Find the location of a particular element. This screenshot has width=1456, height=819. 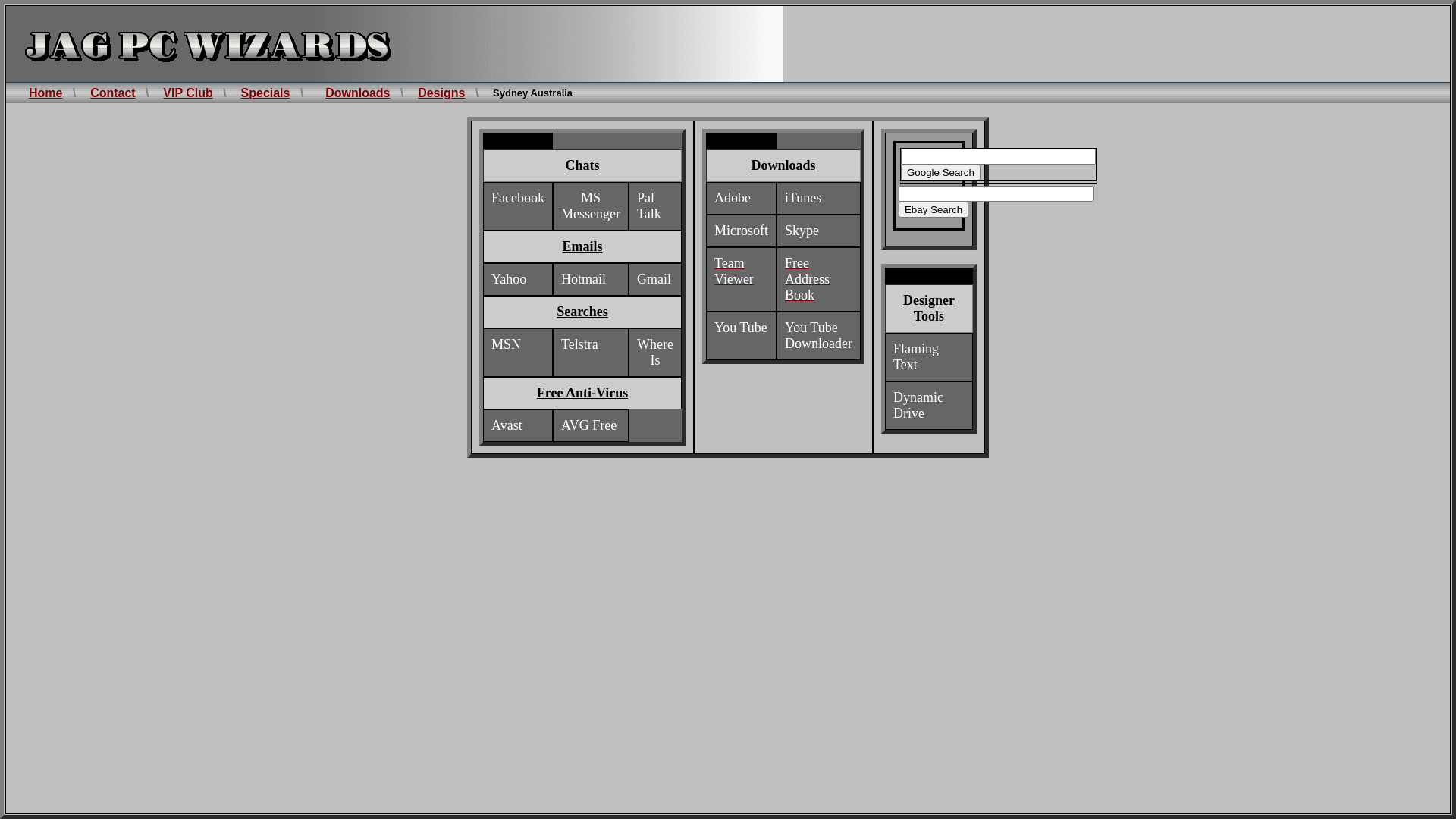

'VIP Club' is located at coordinates (187, 93).